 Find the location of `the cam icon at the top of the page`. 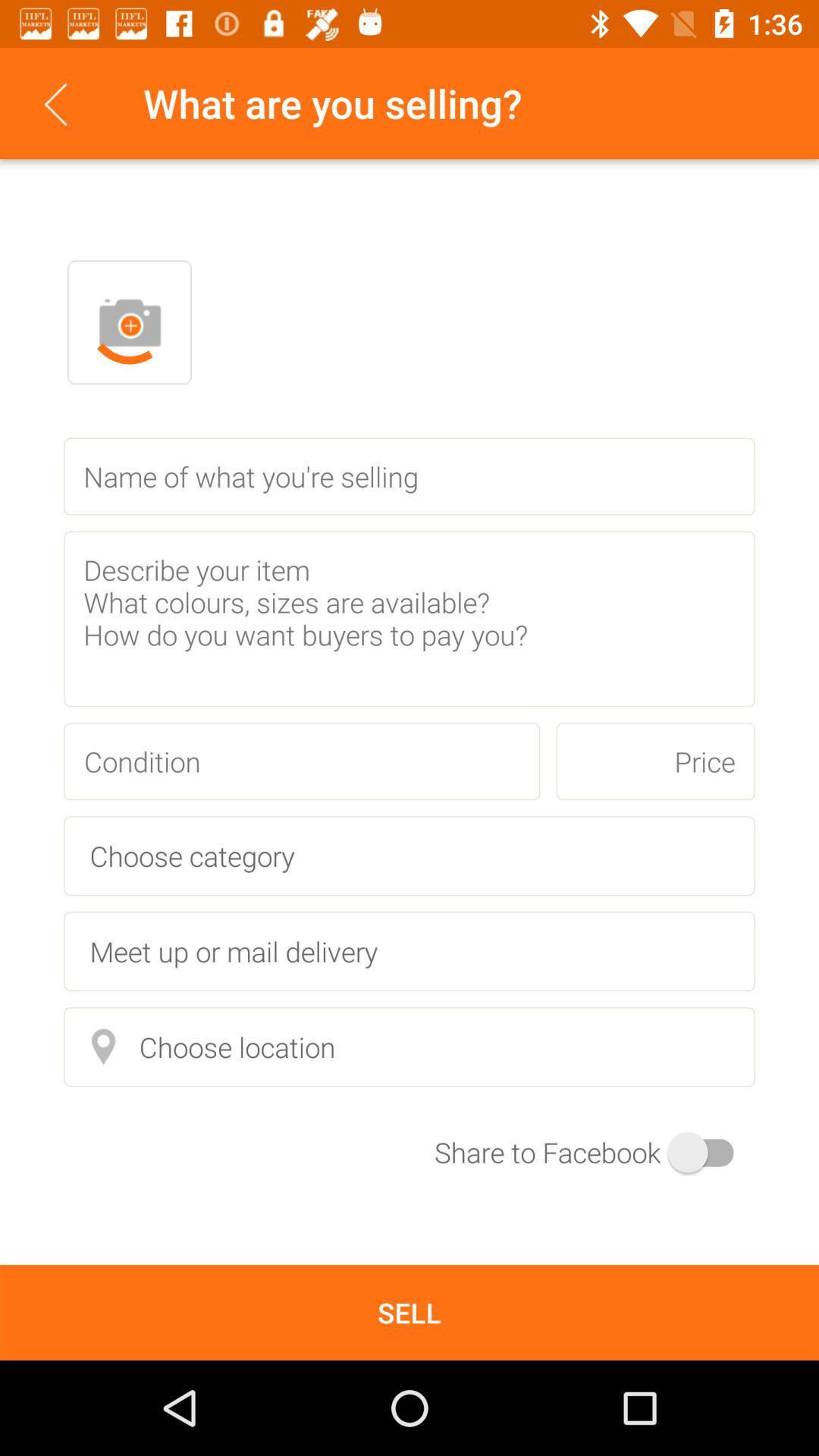

the cam icon at the top of the page is located at coordinates (128, 322).